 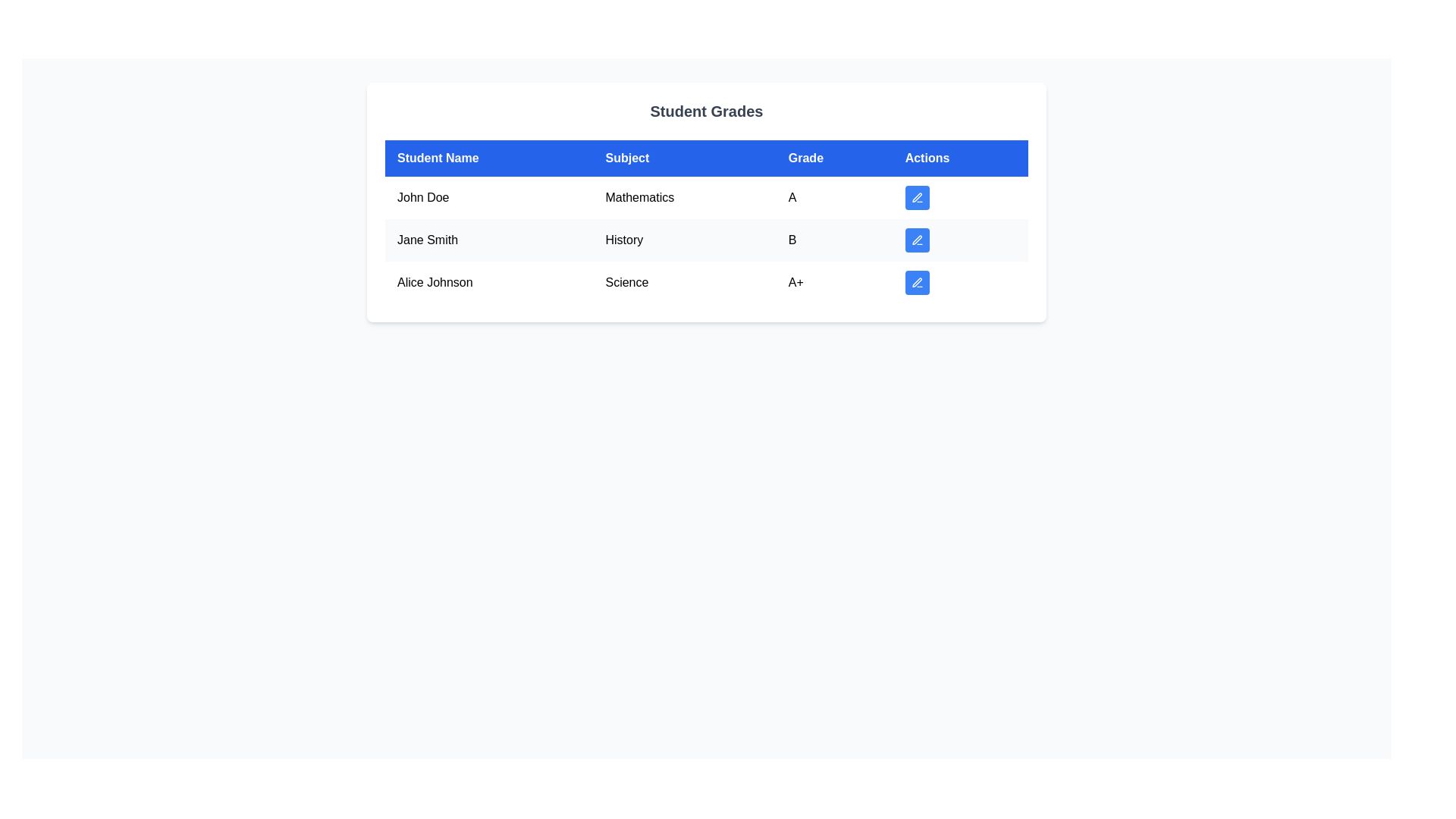 I want to click on the first row of the table containing the name 'John Doe', subject 'Mathematics', grade 'A', and an action button with a blue background to expand details, so click(x=705, y=197).